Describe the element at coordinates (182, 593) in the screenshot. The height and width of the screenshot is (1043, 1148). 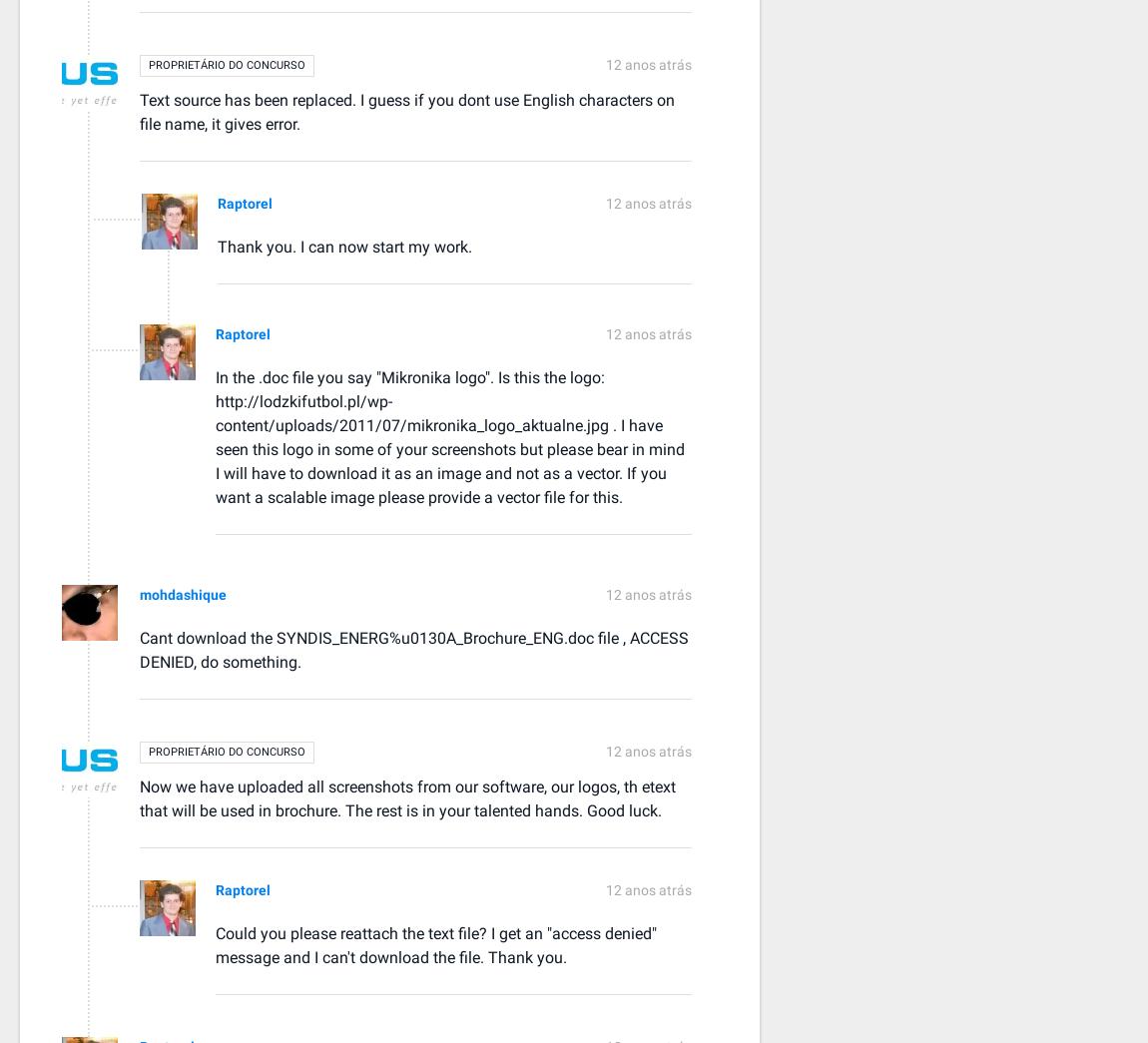
I see `'mohdashique'` at that location.